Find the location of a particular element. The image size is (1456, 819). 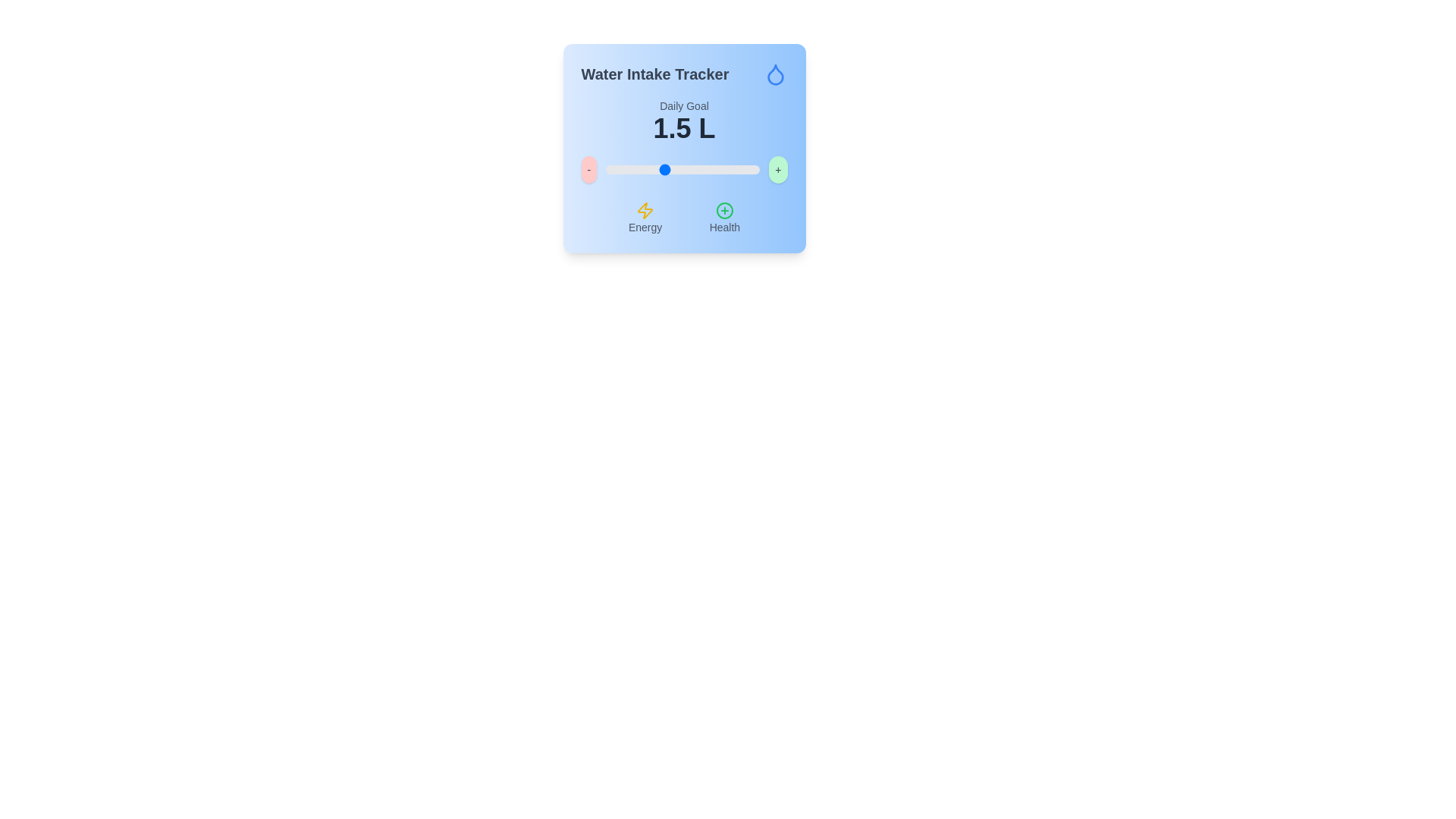

the slider value is located at coordinates (644, 169).